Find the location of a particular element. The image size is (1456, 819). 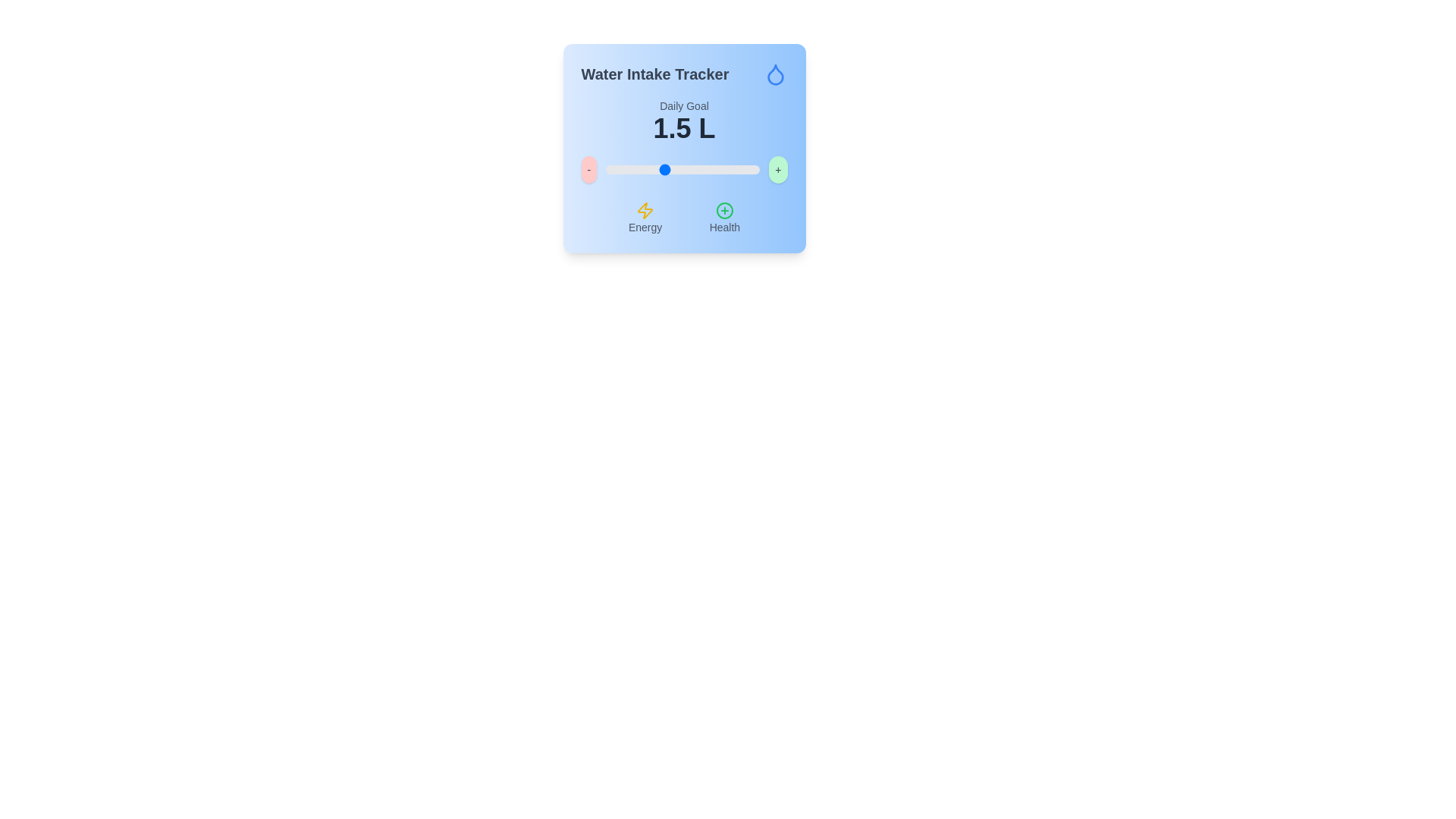

the slider value is located at coordinates (644, 169).